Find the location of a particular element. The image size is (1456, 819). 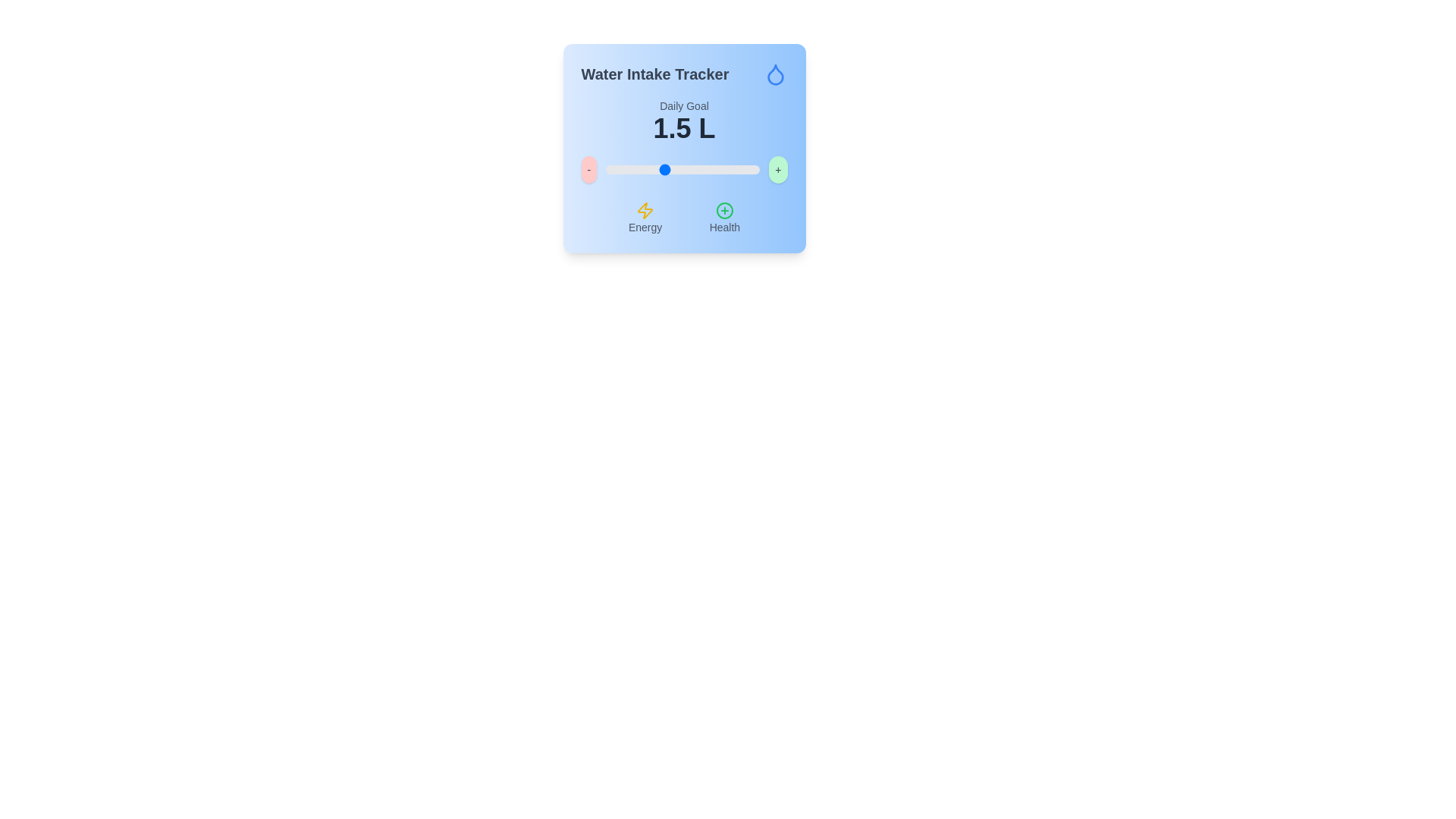

the slider value is located at coordinates (644, 169).